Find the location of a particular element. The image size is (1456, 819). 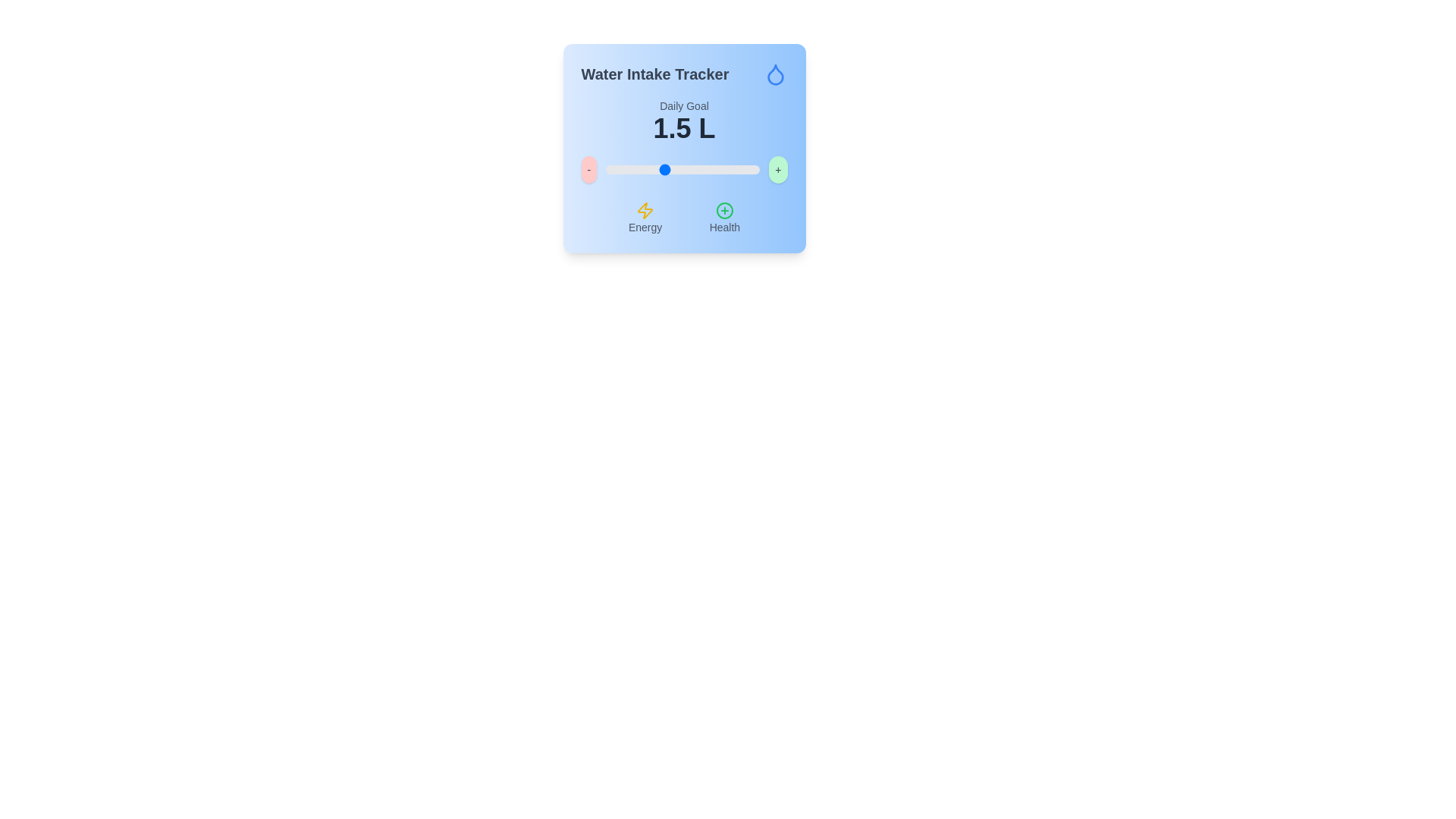

the slider value is located at coordinates (644, 169).